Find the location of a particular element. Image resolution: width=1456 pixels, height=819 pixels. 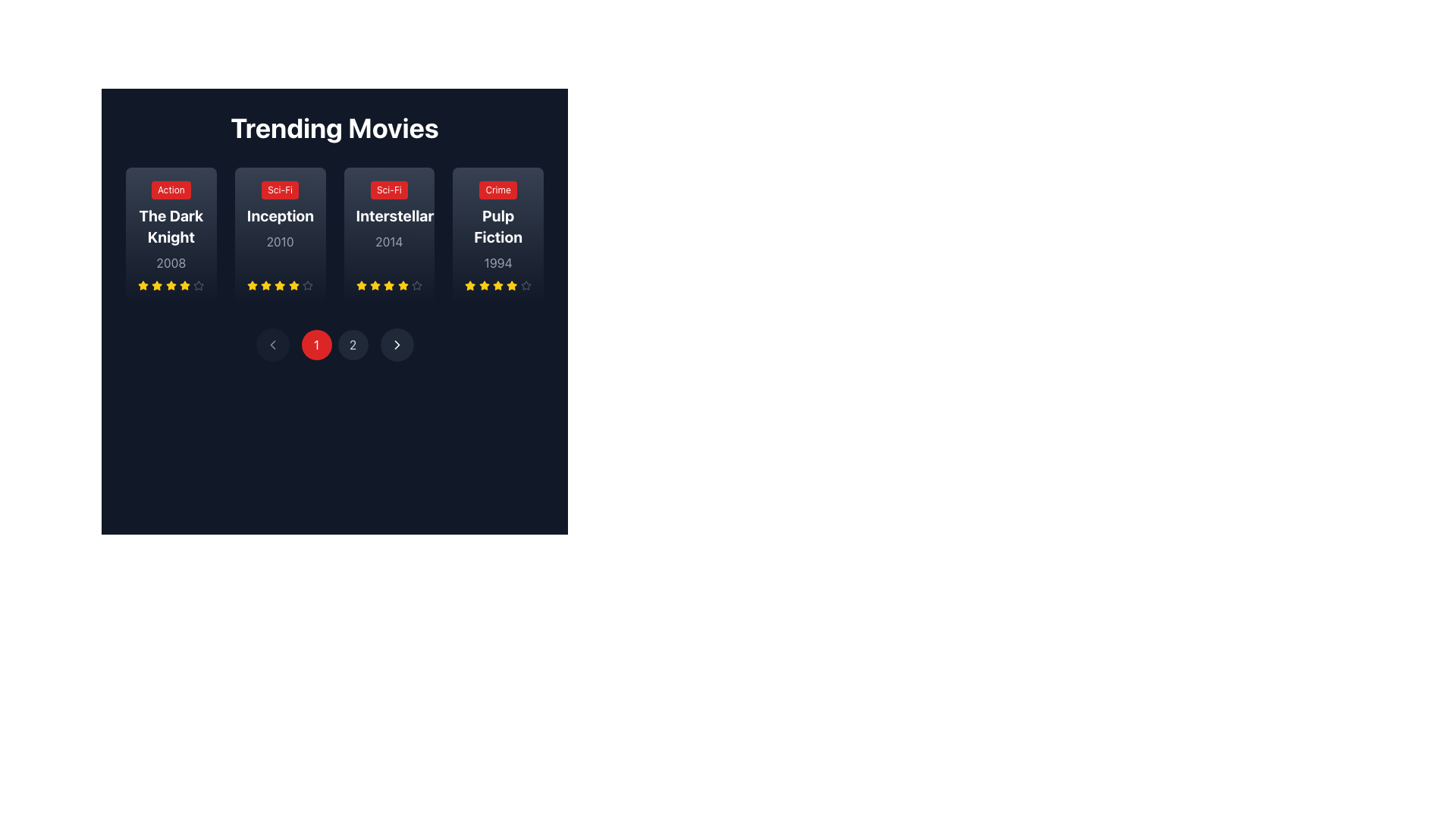

the circular red button with white text '1' located in the horizontal navigation bar is located at coordinates (334, 344).